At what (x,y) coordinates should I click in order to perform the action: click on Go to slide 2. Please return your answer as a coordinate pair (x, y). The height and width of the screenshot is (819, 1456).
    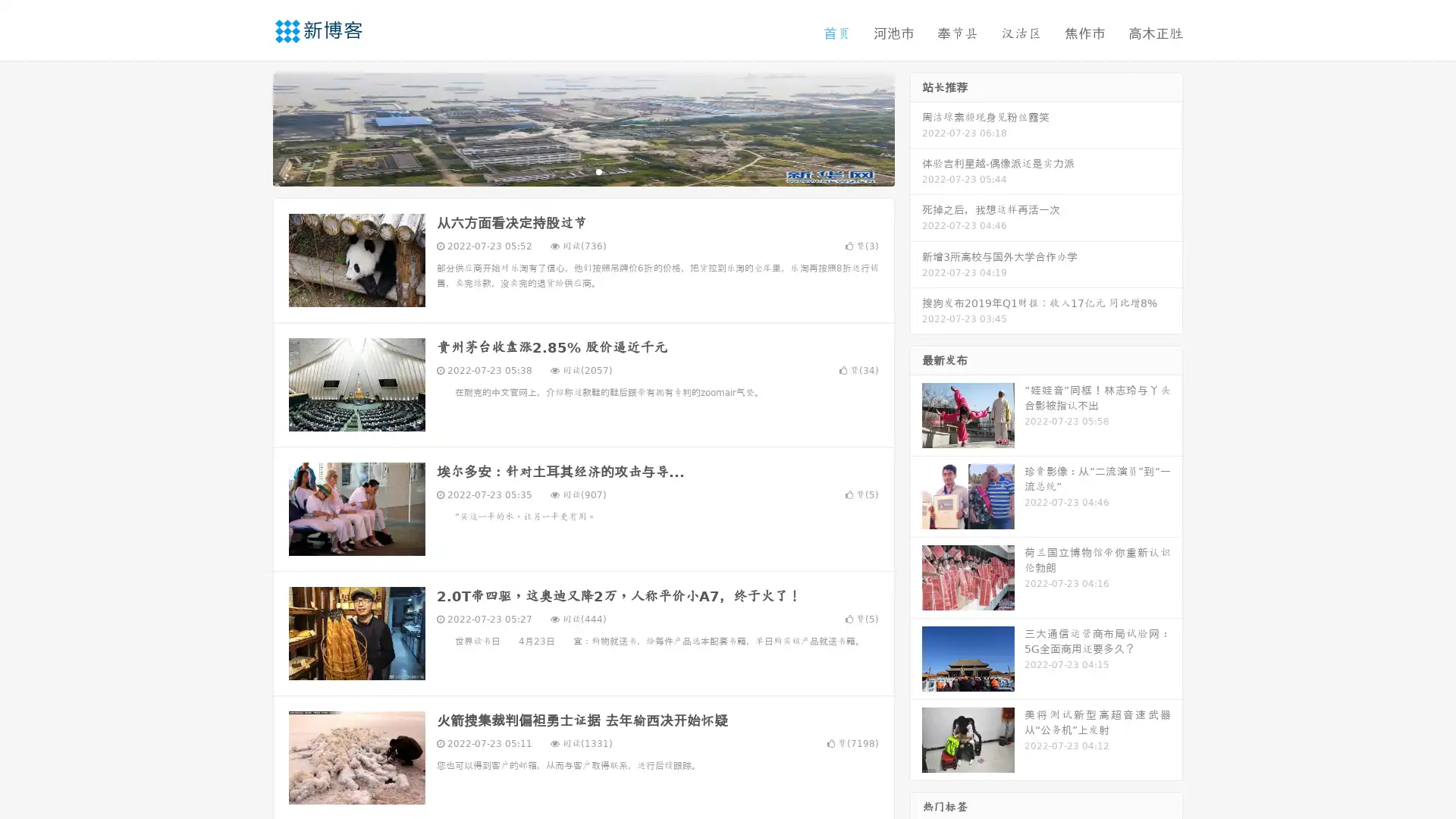
    Looking at the image, I should click on (582, 171).